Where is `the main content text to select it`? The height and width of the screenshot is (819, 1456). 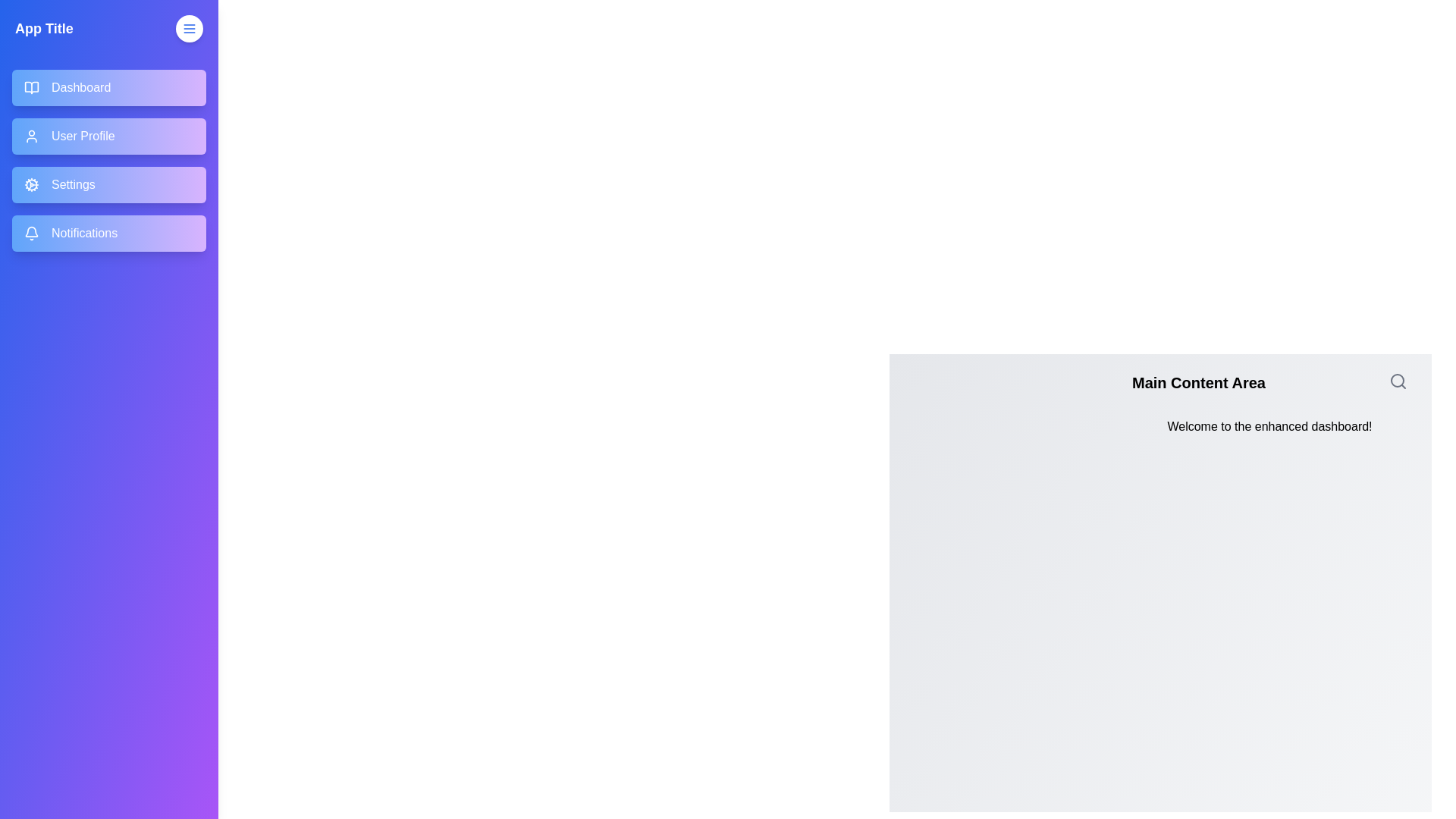
the main content text to select it is located at coordinates (1269, 427).